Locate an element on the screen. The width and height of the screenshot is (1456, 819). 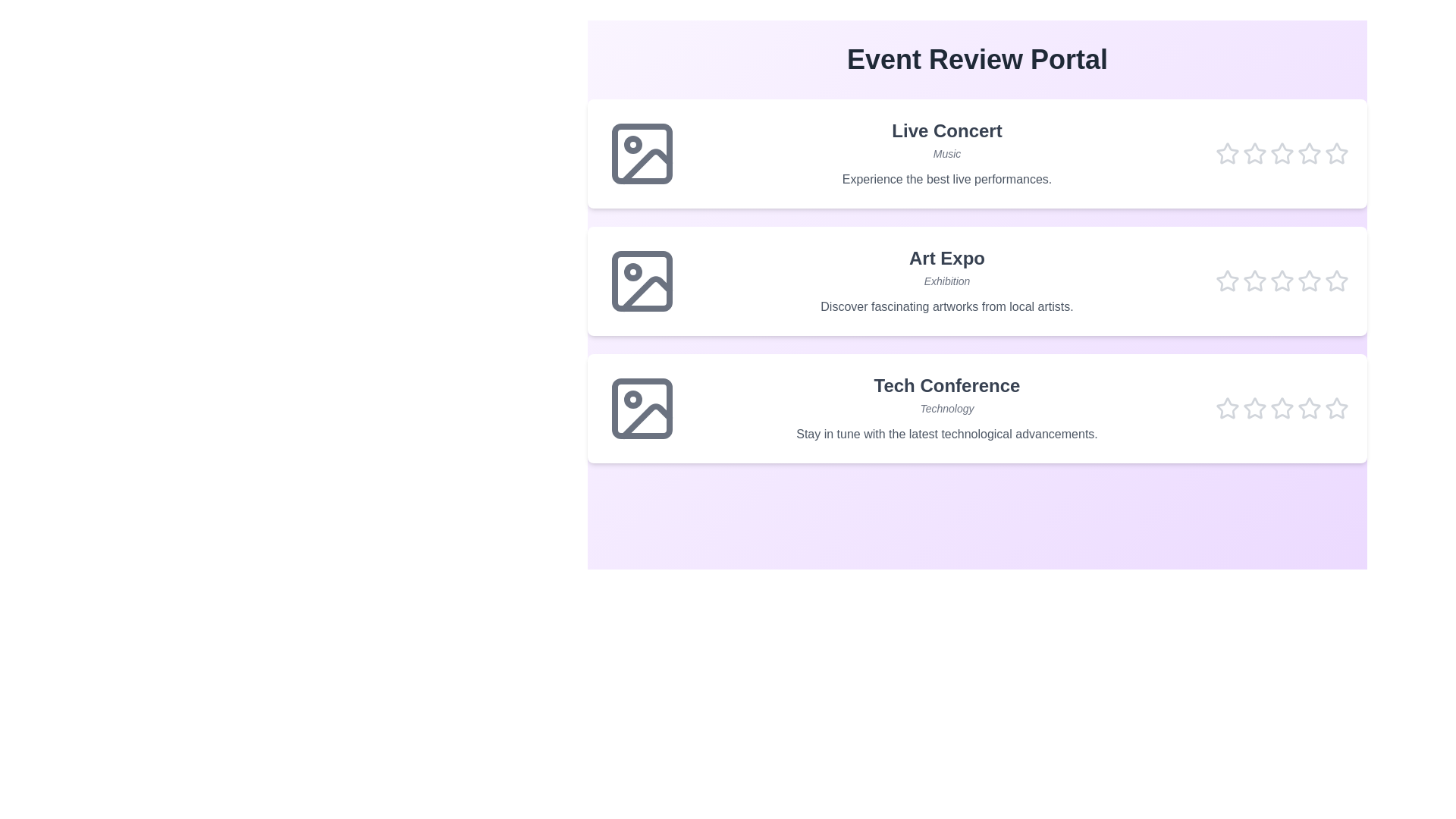
the star corresponding to the rating 2 for the event Tech Conference is located at coordinates (1255, 408).